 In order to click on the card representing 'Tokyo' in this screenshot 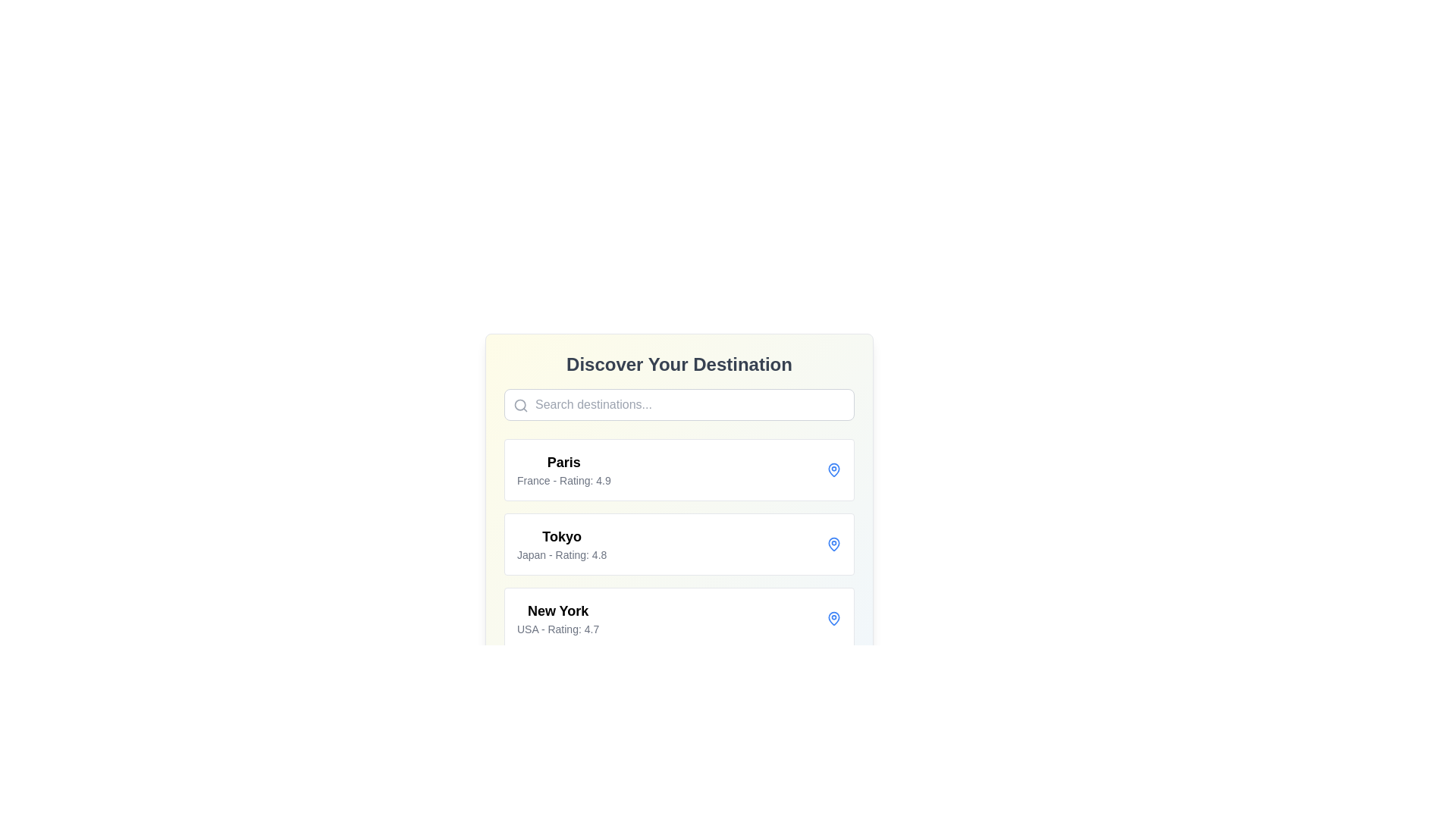, I will do `click(679, 543)`.